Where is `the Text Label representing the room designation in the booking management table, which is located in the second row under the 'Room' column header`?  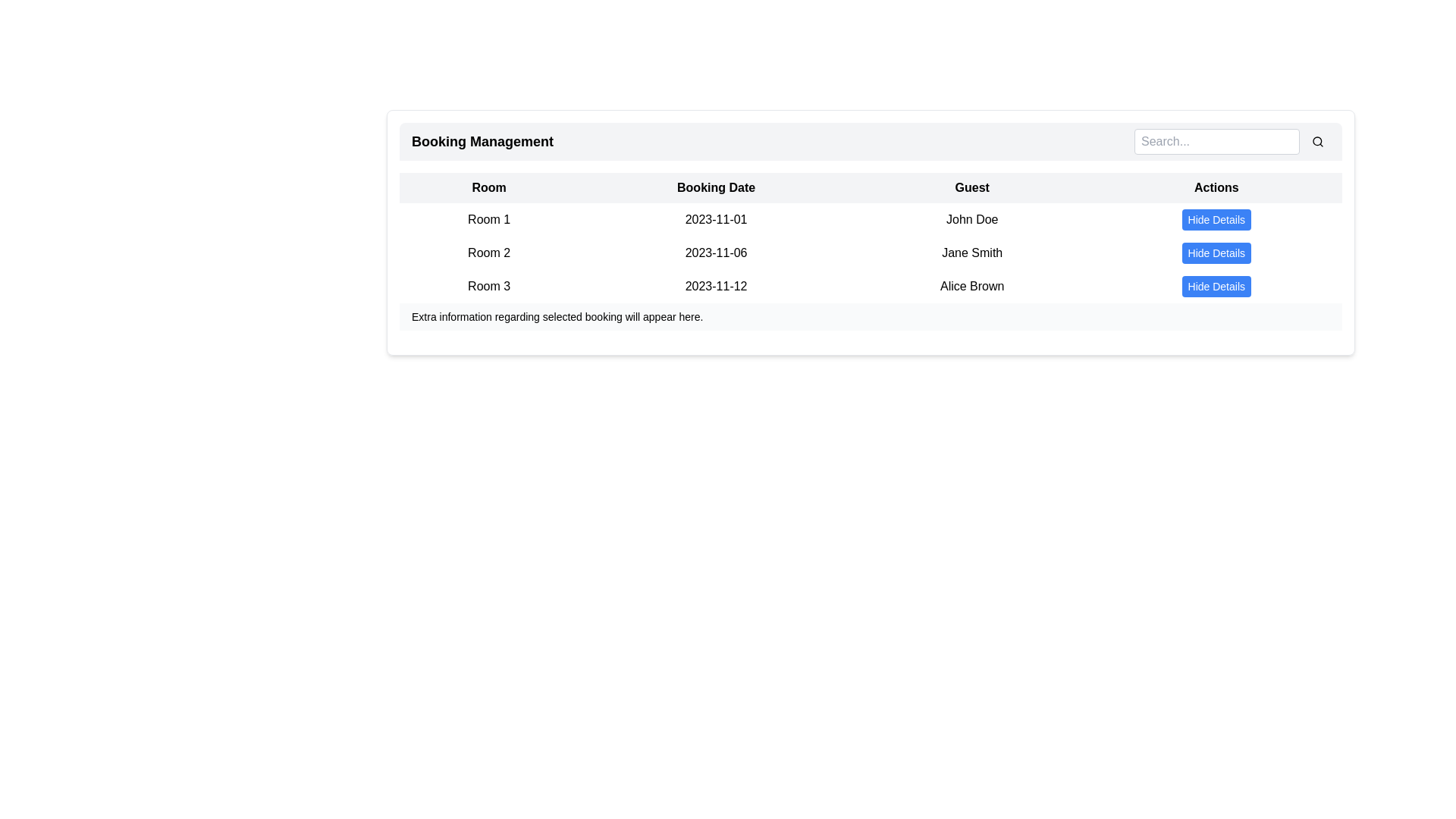 the Text Label representing the room designation in the booking management table, which is located in the second row under the 'Room' column header is located at coordinates (489, 253).